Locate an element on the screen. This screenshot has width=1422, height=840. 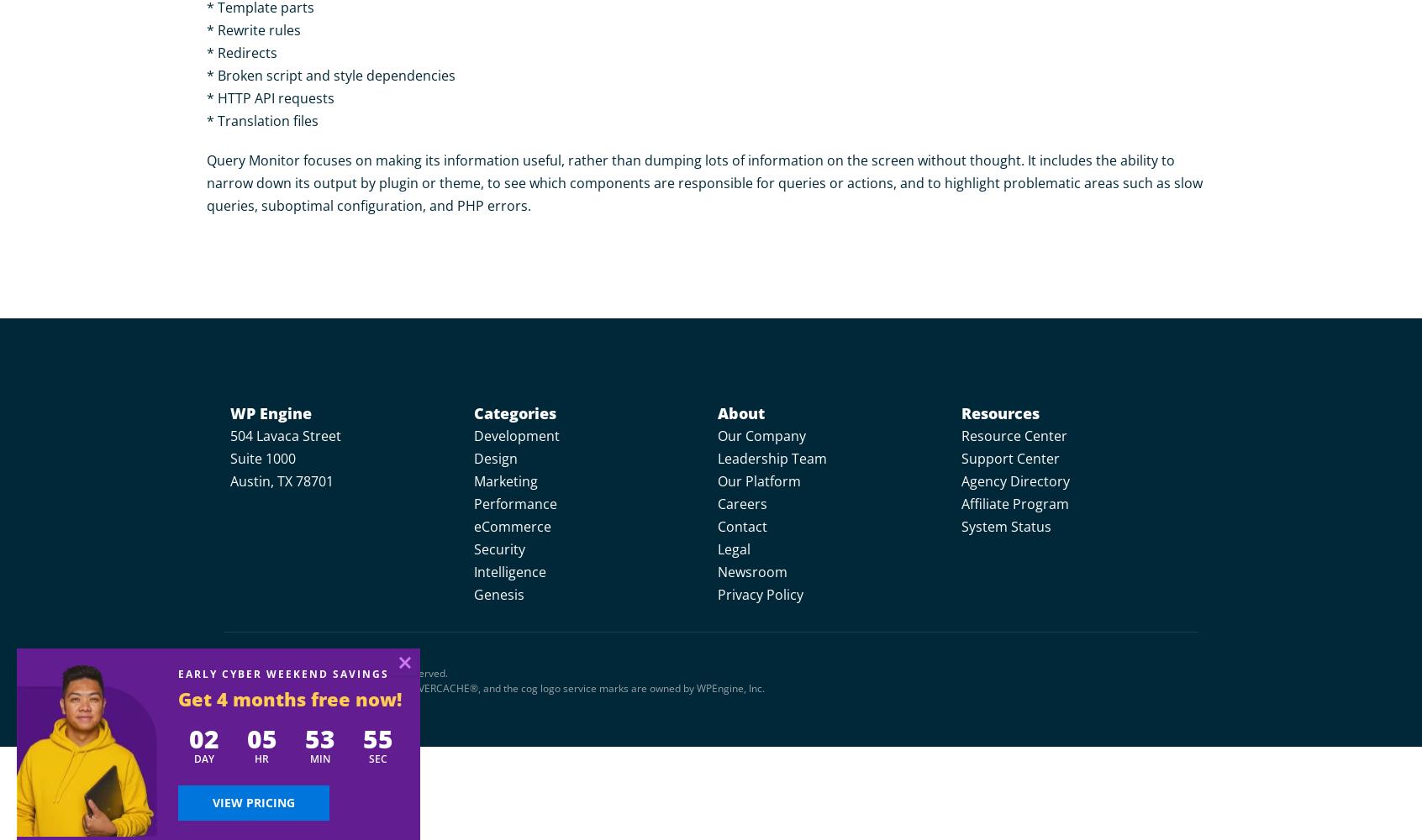
'Agency Directory' is located at coordinates (1015, 480).